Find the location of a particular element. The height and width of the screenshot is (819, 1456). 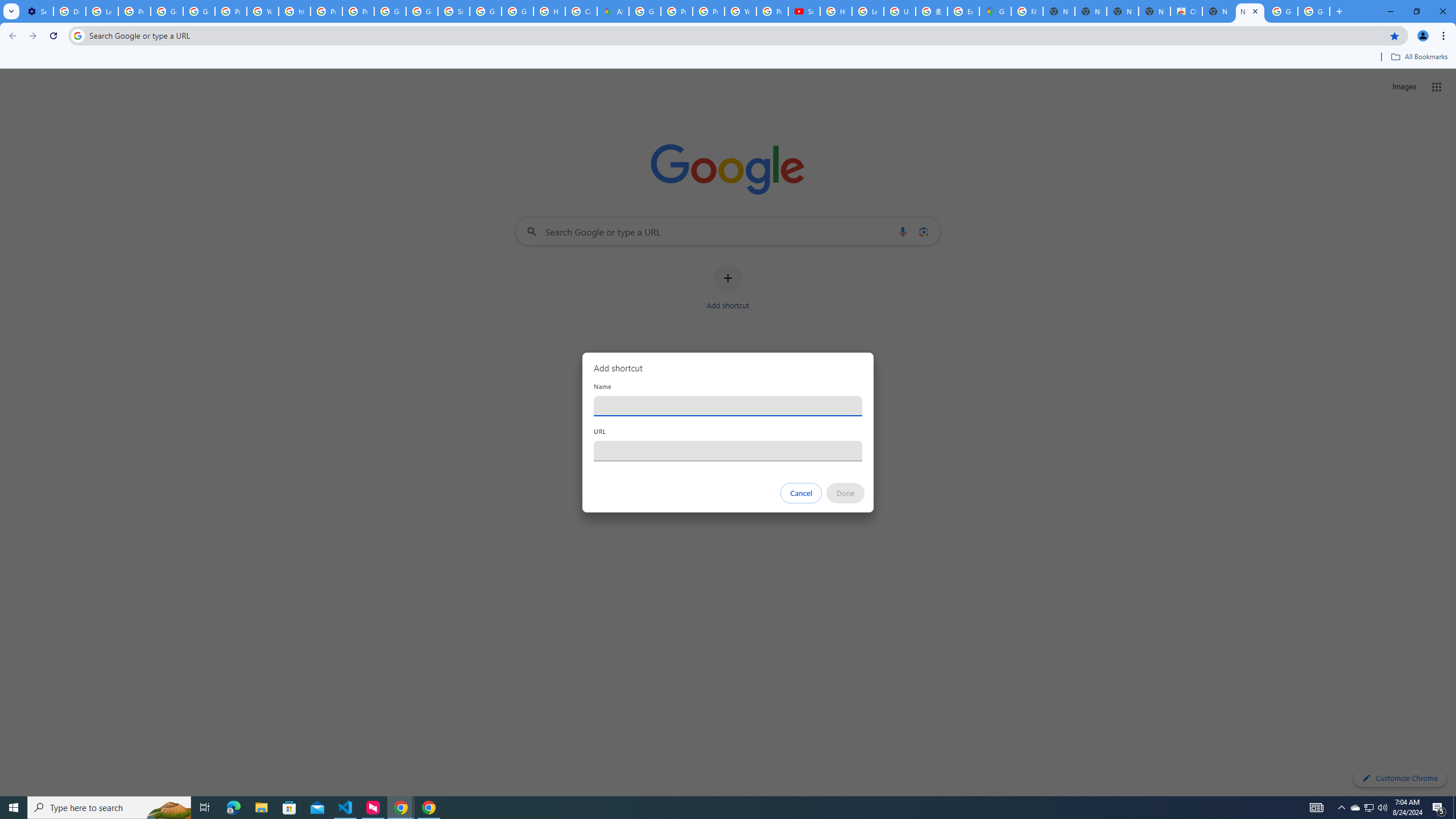

'Settings - Performance' is located at coordinates (37, 11).